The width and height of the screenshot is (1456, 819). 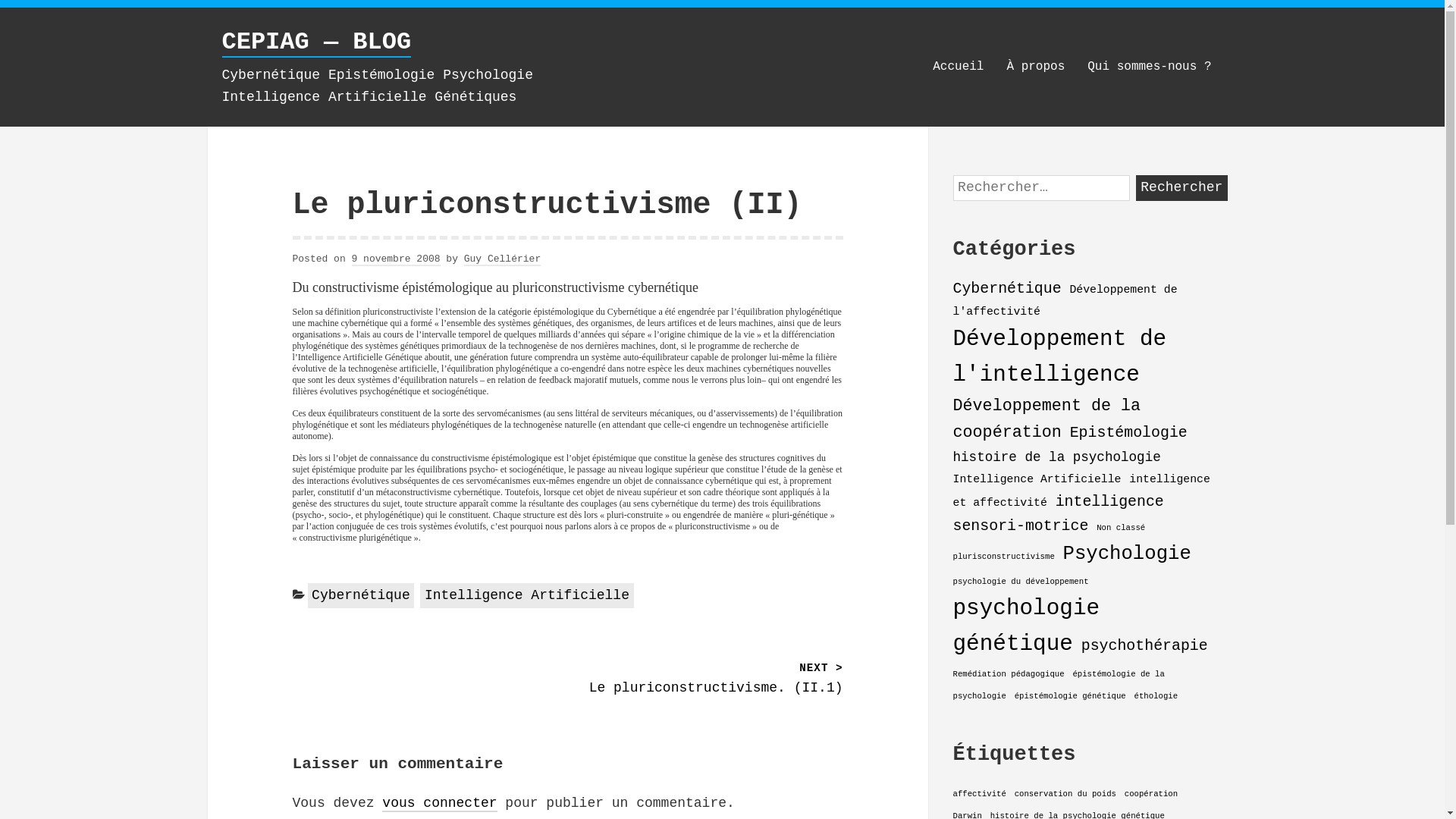 I want to click on 'NEXT >, so click(x=704, y=678).